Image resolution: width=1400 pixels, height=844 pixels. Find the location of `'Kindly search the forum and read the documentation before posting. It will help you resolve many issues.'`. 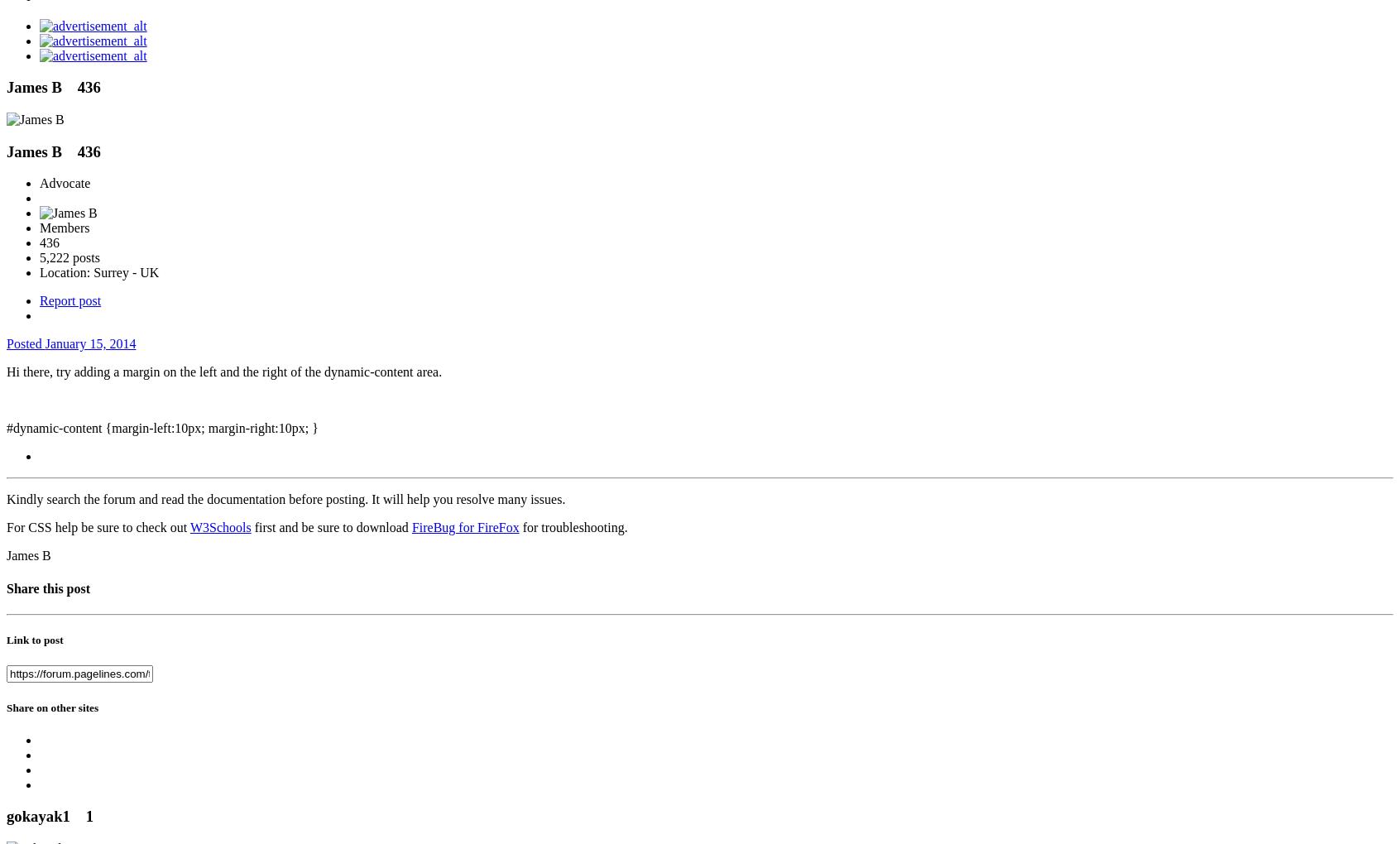

'Kindly search the forum and read the documentation before posting. It will help you resolve many issues.' is located at coordinates (285, 498).